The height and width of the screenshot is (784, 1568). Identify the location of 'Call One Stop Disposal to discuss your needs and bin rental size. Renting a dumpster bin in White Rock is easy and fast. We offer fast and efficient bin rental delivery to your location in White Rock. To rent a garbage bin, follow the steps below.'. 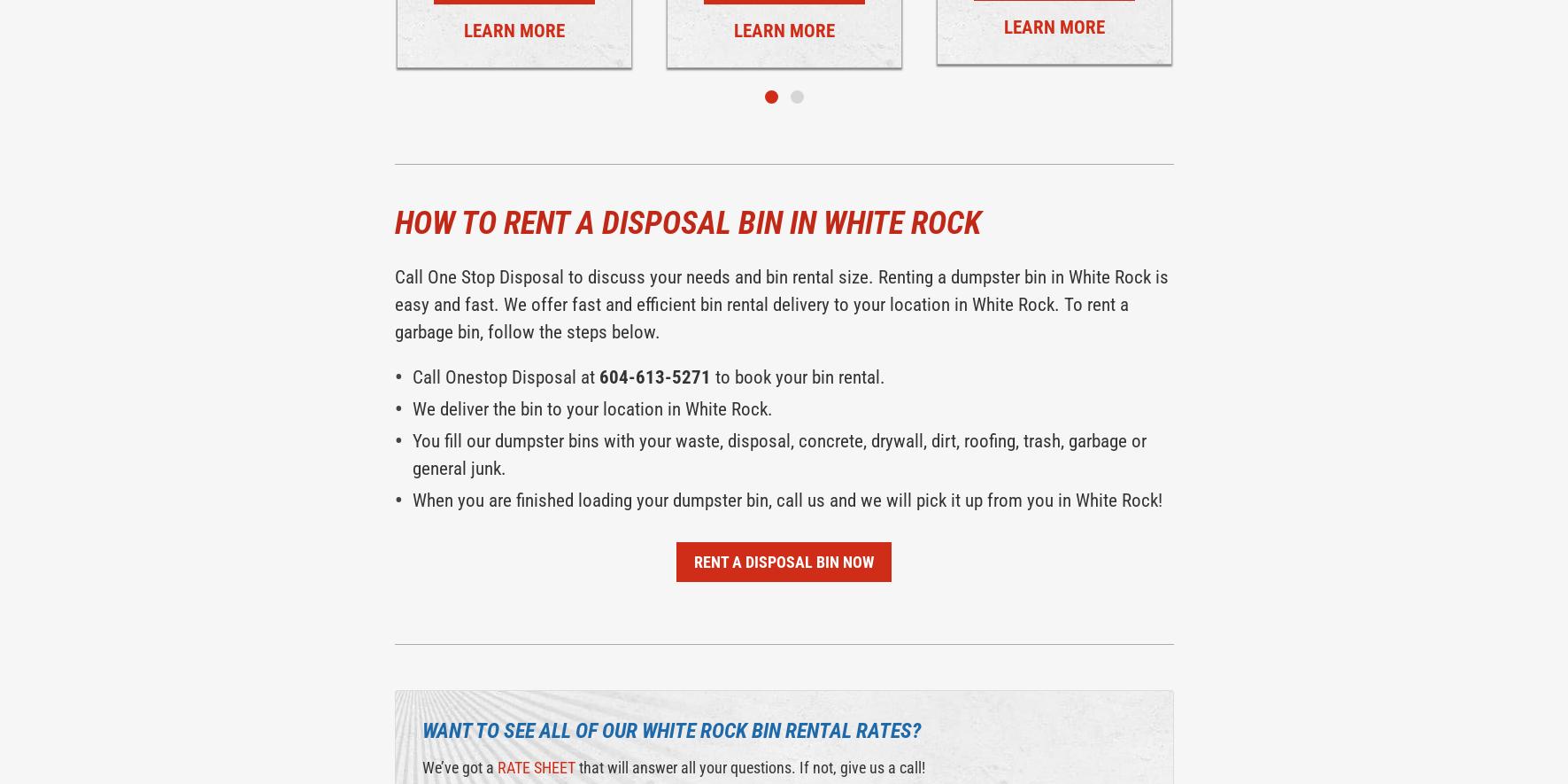
(779, 304).